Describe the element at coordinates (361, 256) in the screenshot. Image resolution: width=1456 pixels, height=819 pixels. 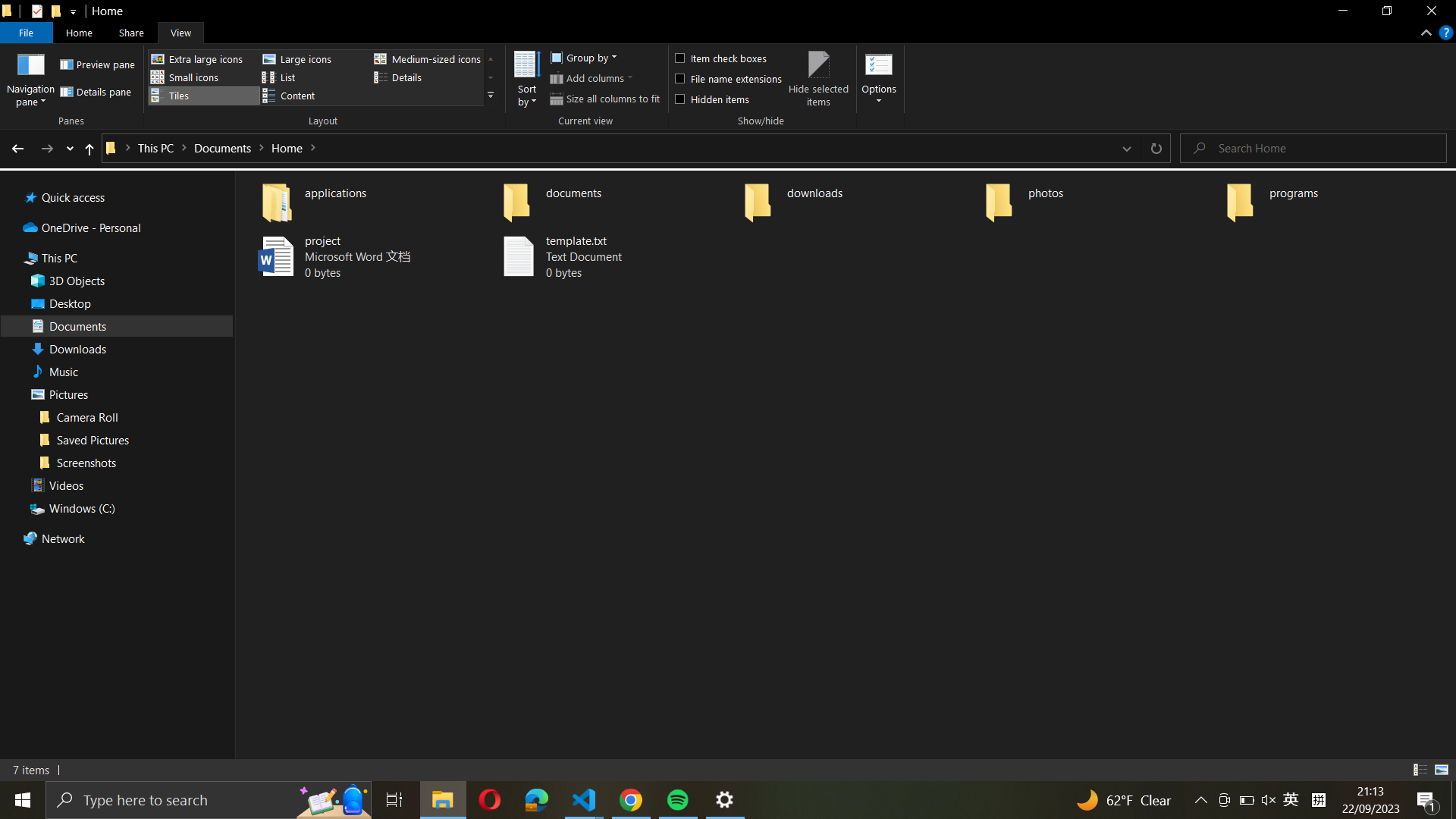
I see `Alter the file name "project.docx" to "final_project.docx` at that location.